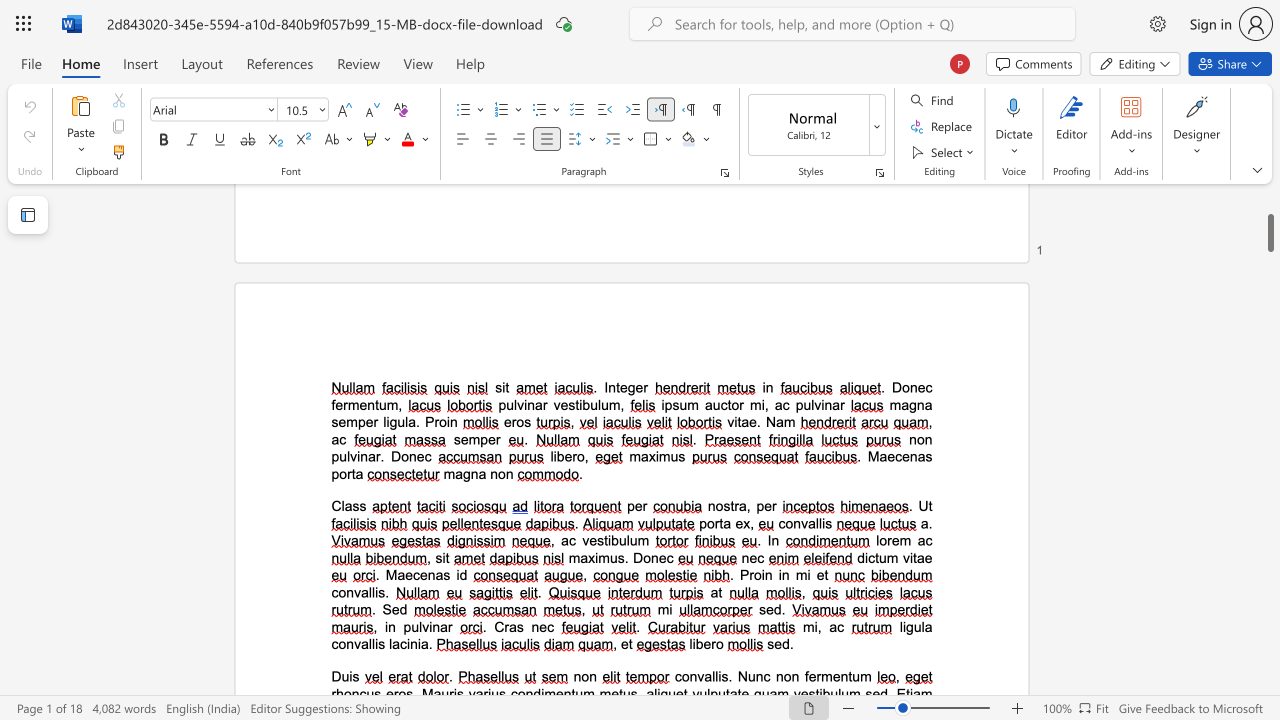 This screenshot has height=720, width=1280. Describe the element at coordinates (391, 575) in the screenshot. I see `the 1th character "M" in the text` at that location.